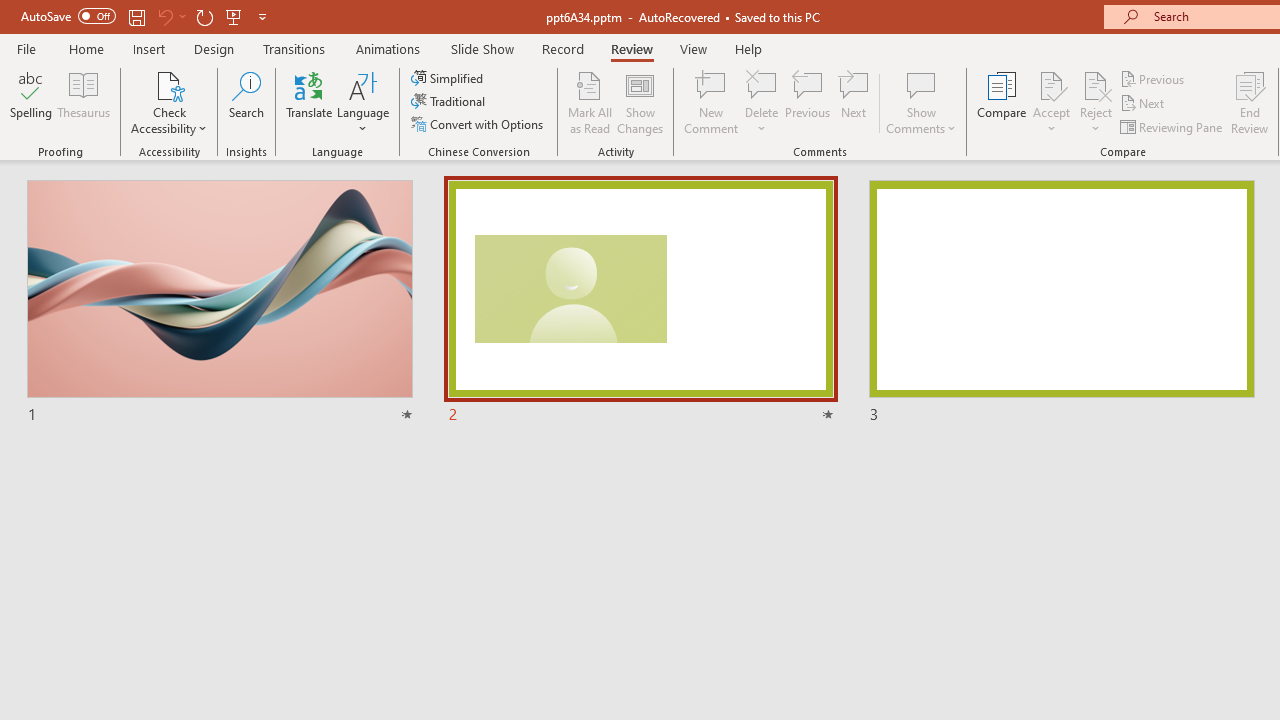 The width and height of the screenshot is (1280, 720). Describe the element at coordinates (640, 103) in the screenshot. I see `'Show Changes'` at that location.